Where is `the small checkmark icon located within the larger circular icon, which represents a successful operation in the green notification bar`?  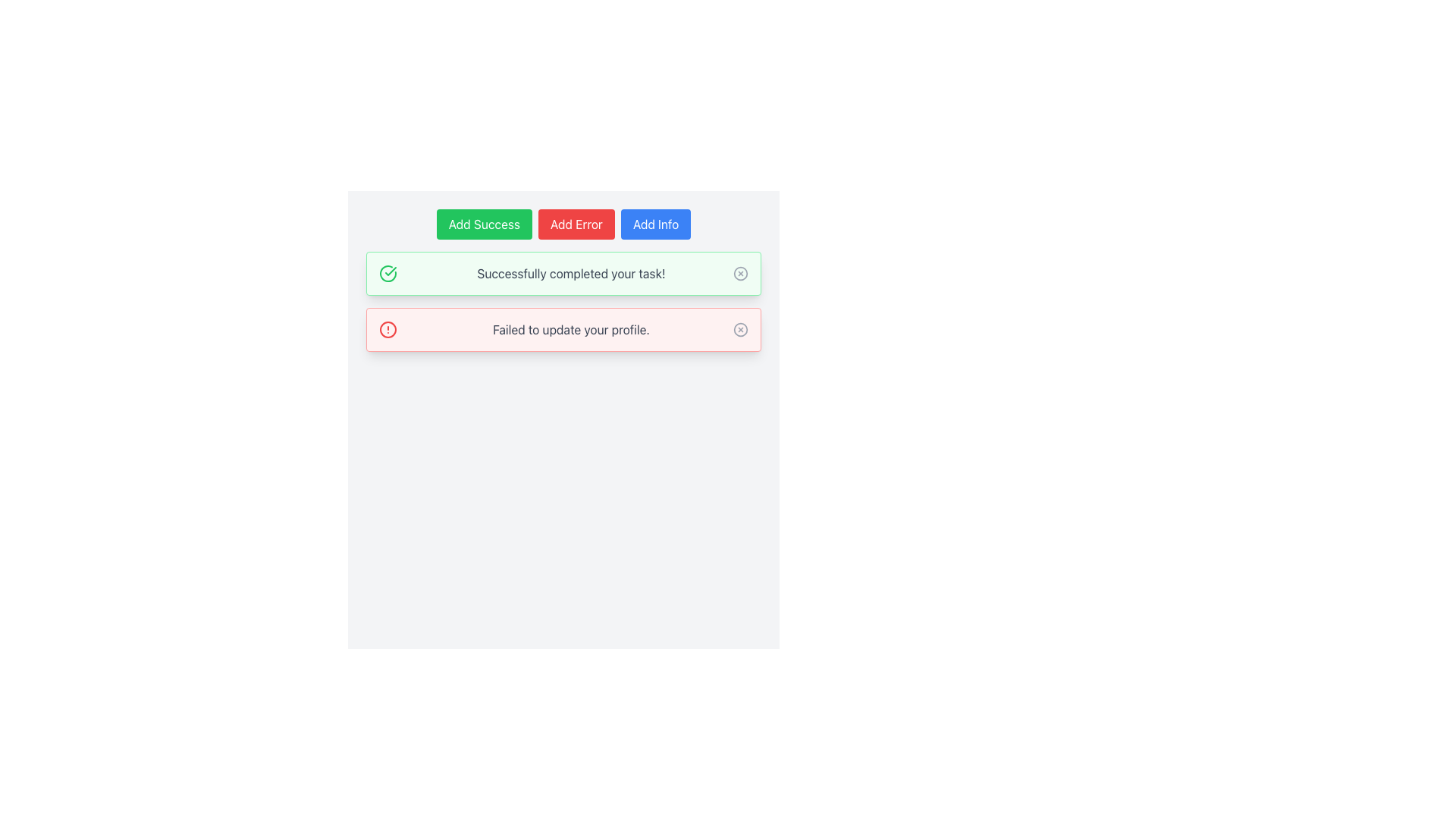 the small checkmark icon located within the larger circular icon, which represents a successful operation in the green notification bar is located at coordinates (391, 271).